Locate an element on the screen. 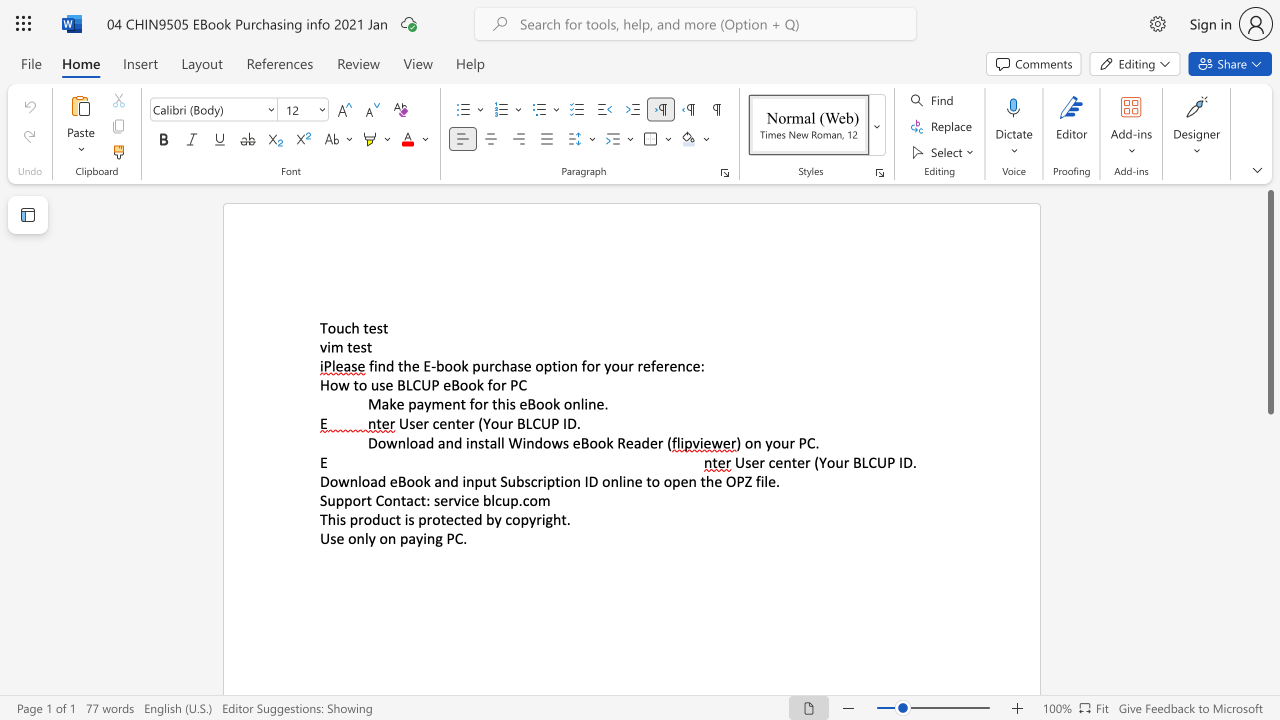 The image size is (1280, 720). the space between the continuous character "e" and "B" in the text is located at coordinates (579, 442).